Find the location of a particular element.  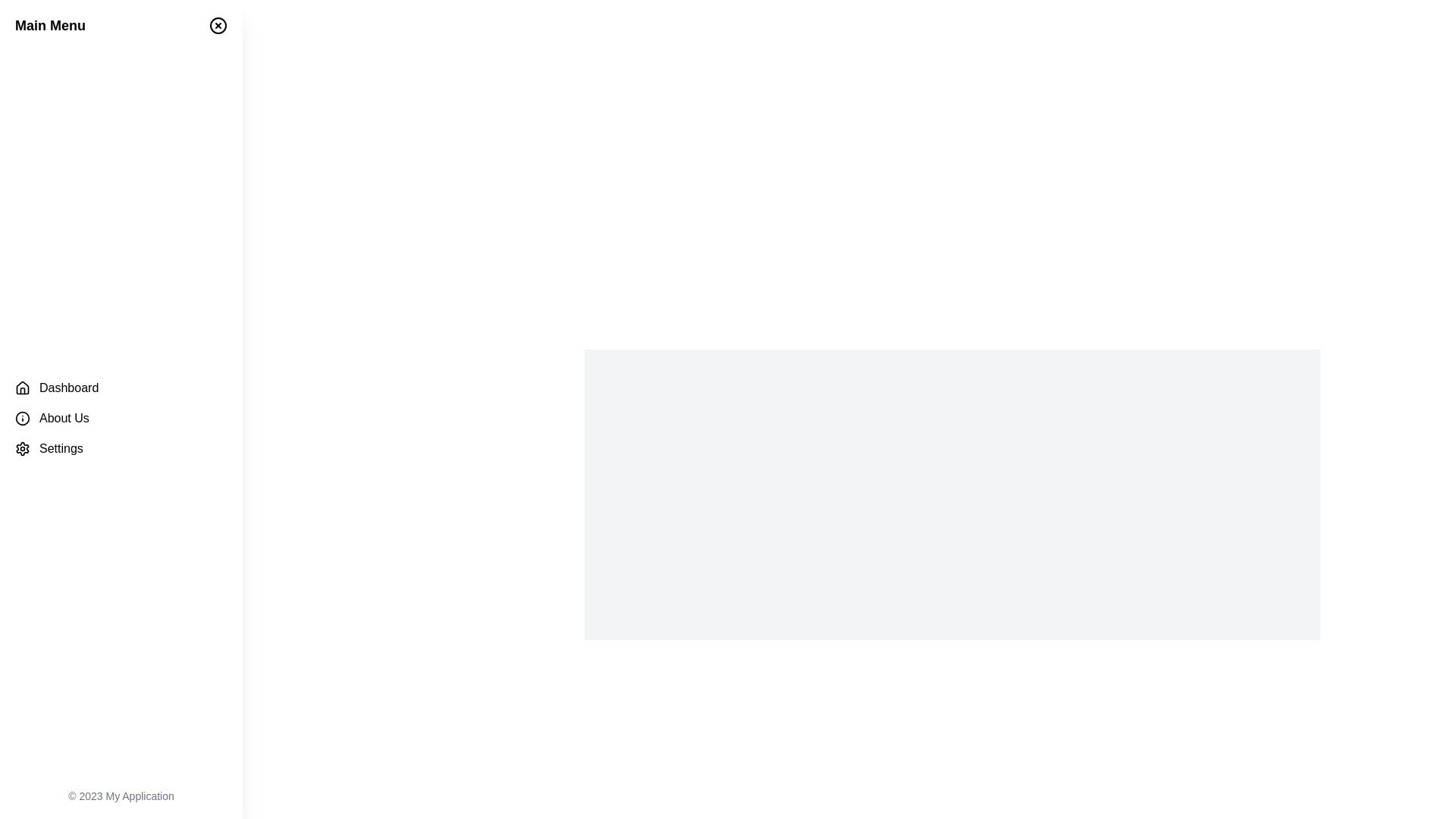

the 'About Us' text label in the sidebar navigation is located at coordinates (63, 418).